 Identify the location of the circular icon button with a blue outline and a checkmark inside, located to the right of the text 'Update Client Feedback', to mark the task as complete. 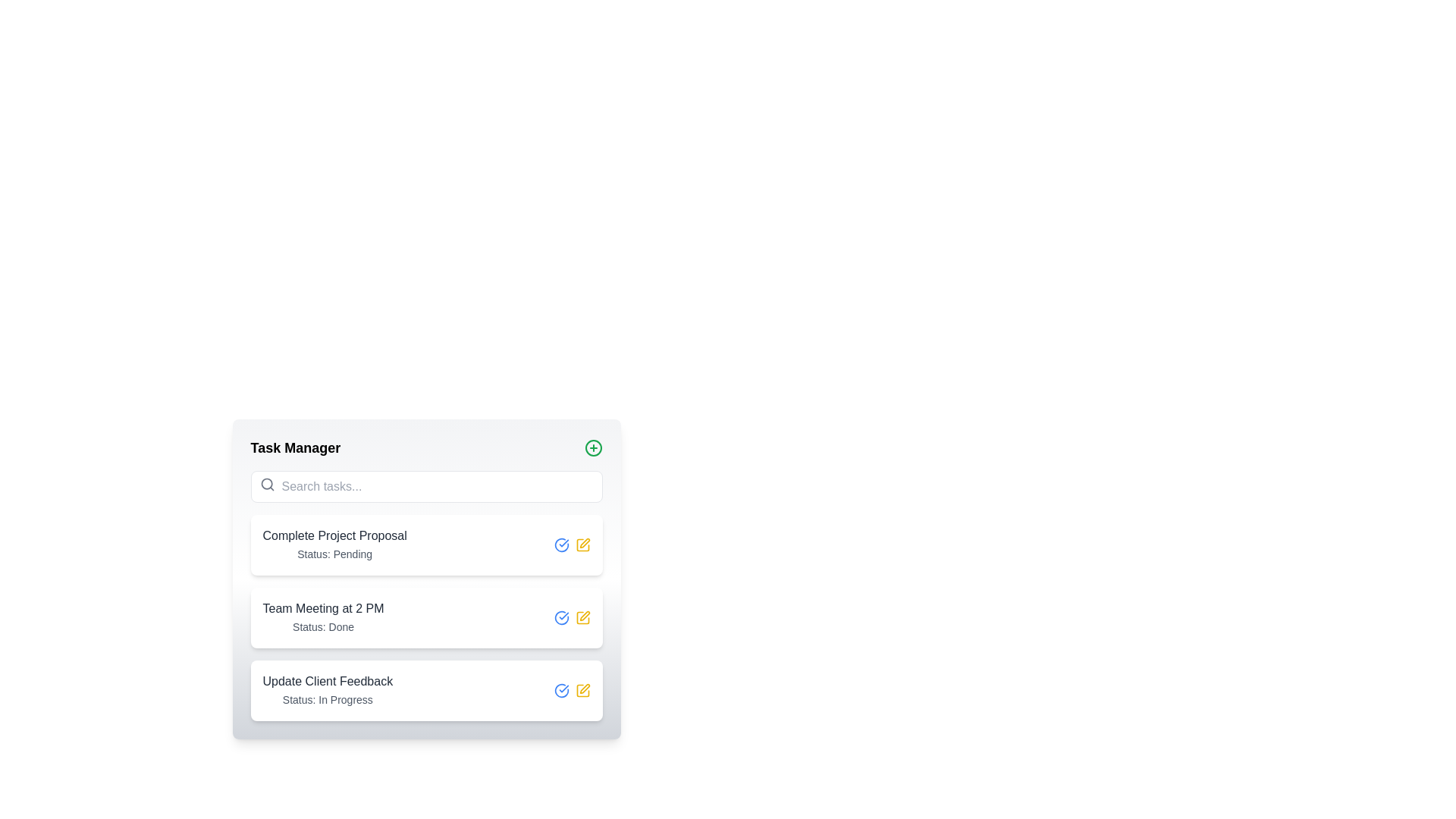
(560, 690).